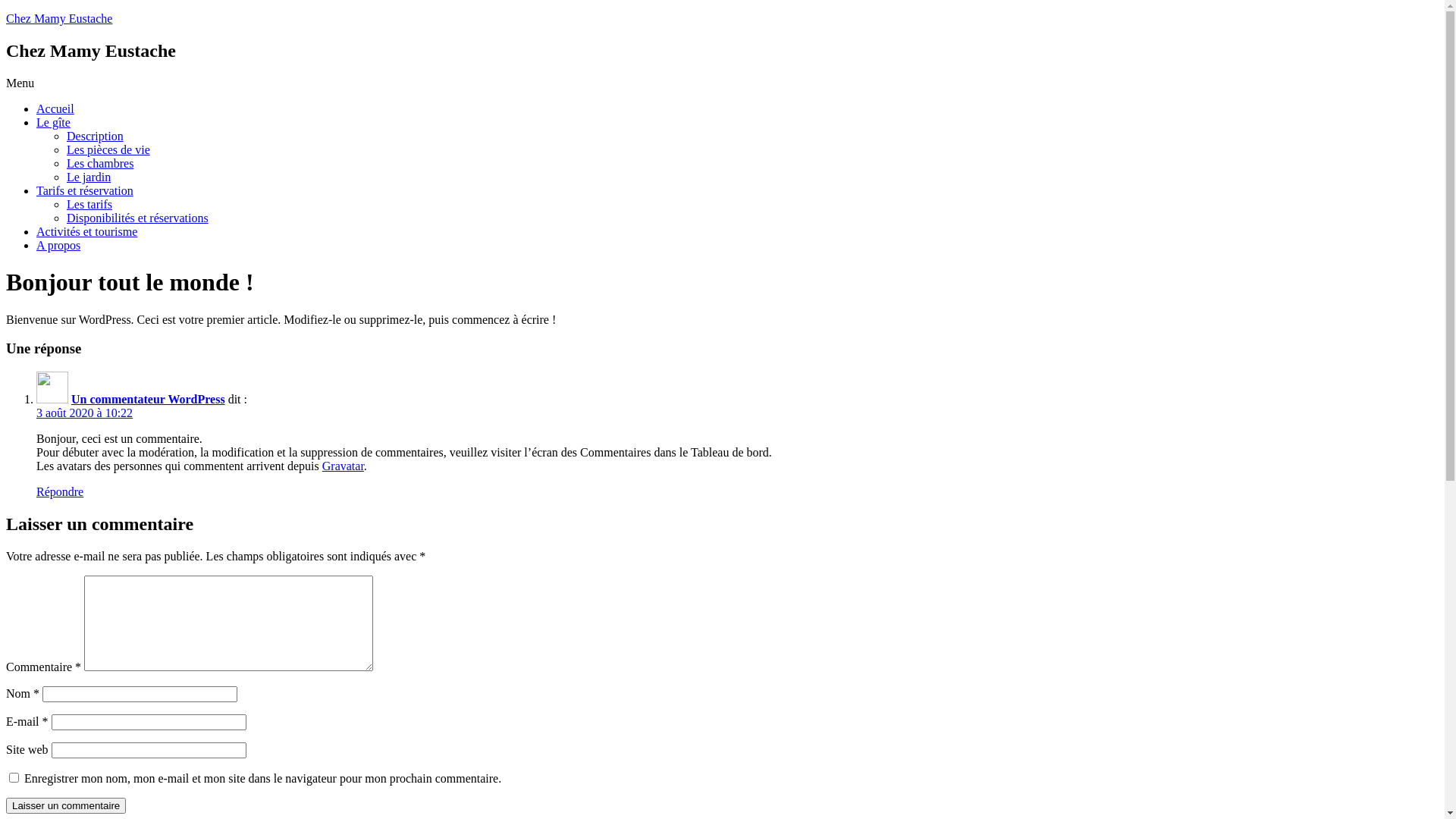 The height and width of the screenshot is (819, 1456). I want to click on 'Les chambres', so click(99, 163).